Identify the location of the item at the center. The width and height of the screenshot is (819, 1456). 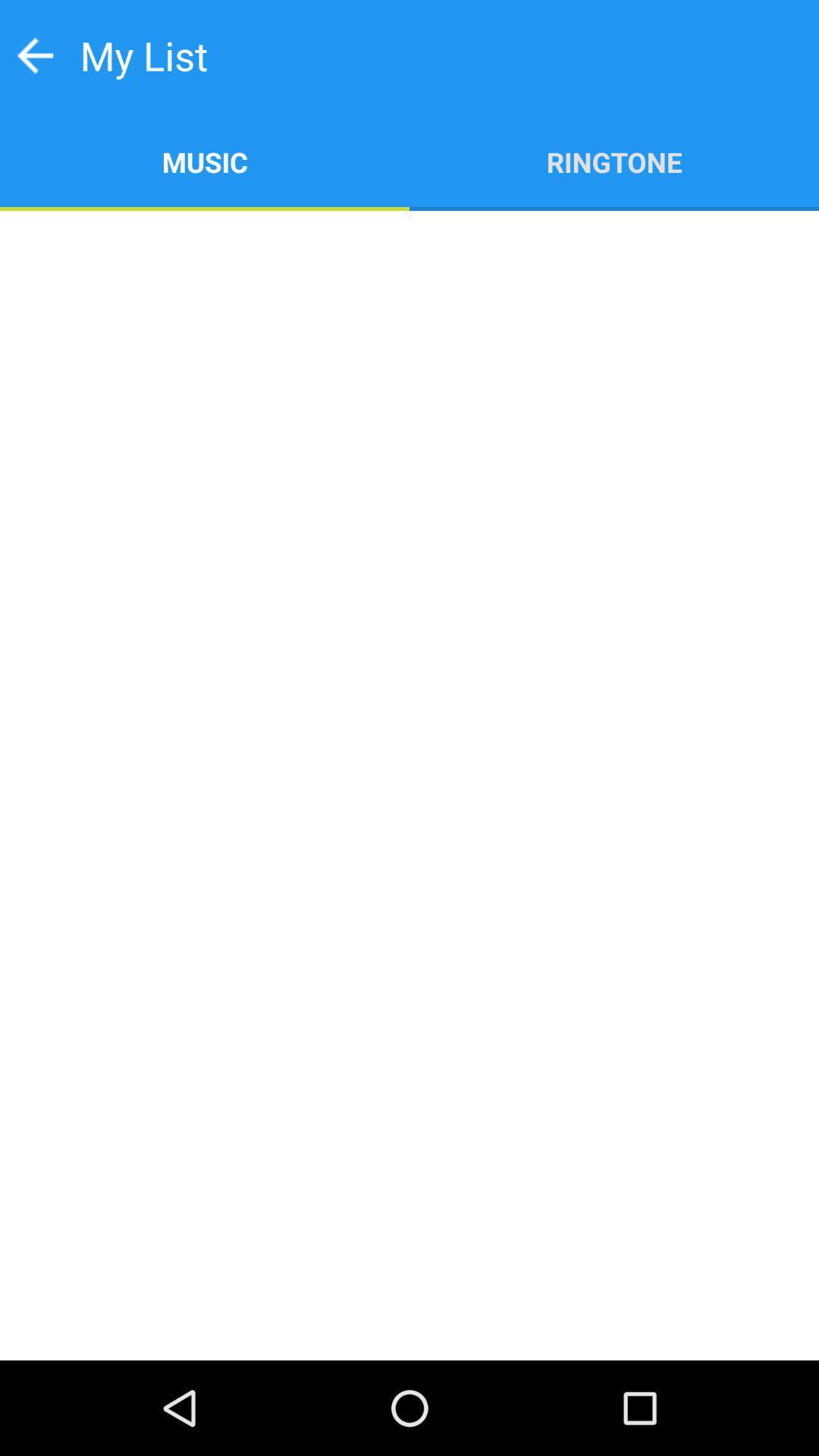
(409, 786).